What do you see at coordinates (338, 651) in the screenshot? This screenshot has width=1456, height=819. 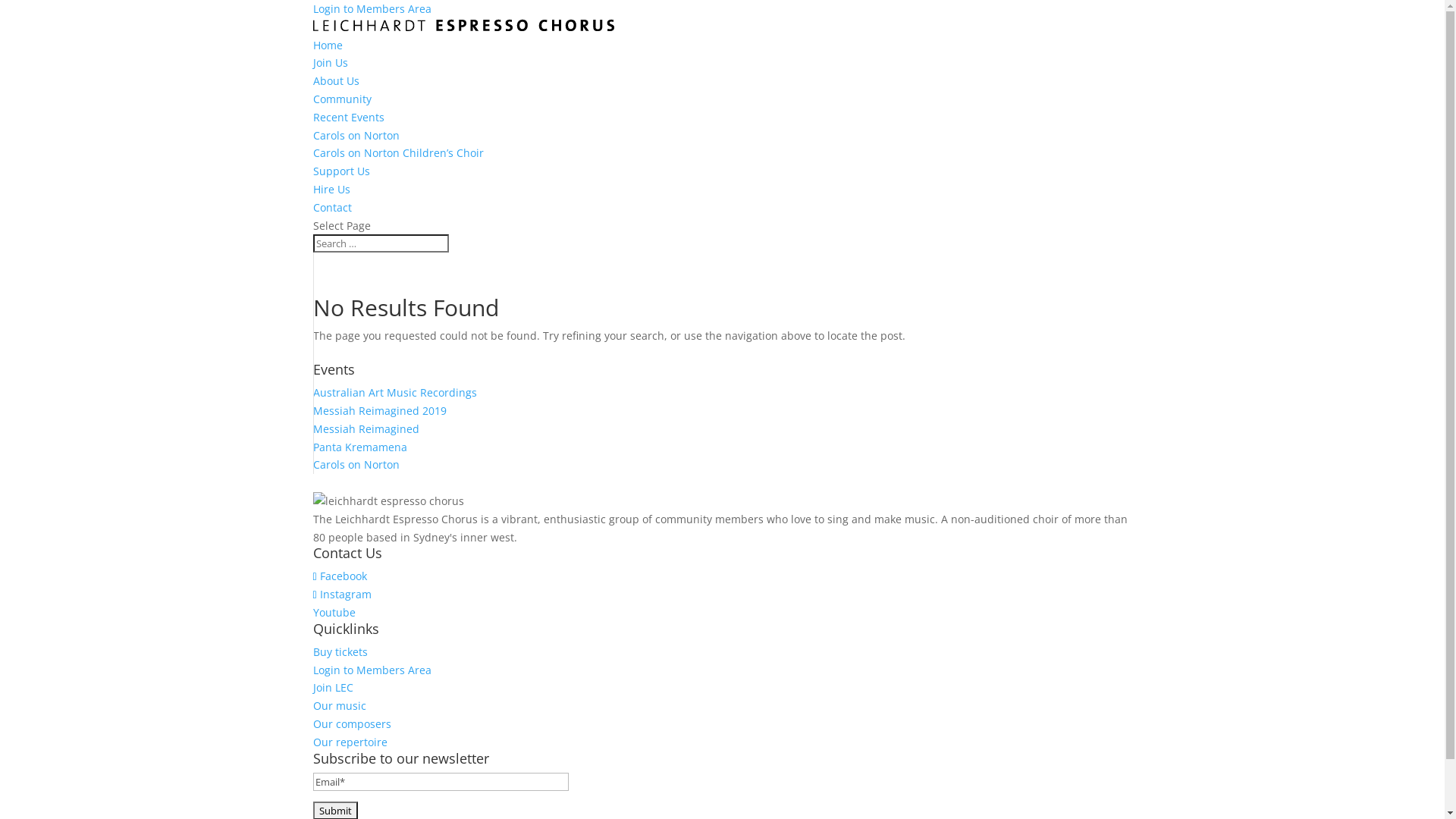 I see `'Buy tickets'` at bounding box center [338, 651].